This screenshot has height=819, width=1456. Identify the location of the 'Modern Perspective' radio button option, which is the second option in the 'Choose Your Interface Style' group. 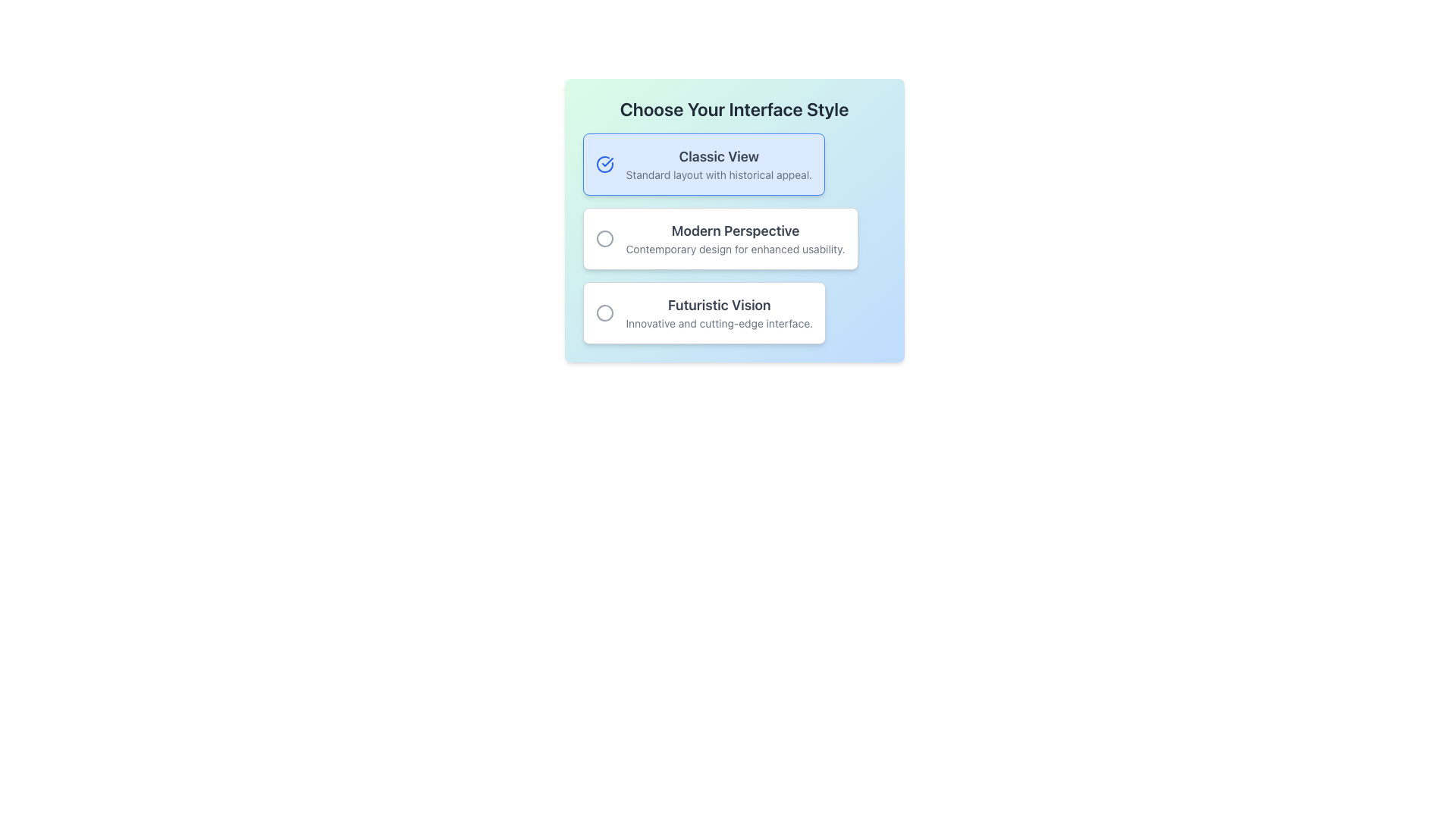
(734, 239).